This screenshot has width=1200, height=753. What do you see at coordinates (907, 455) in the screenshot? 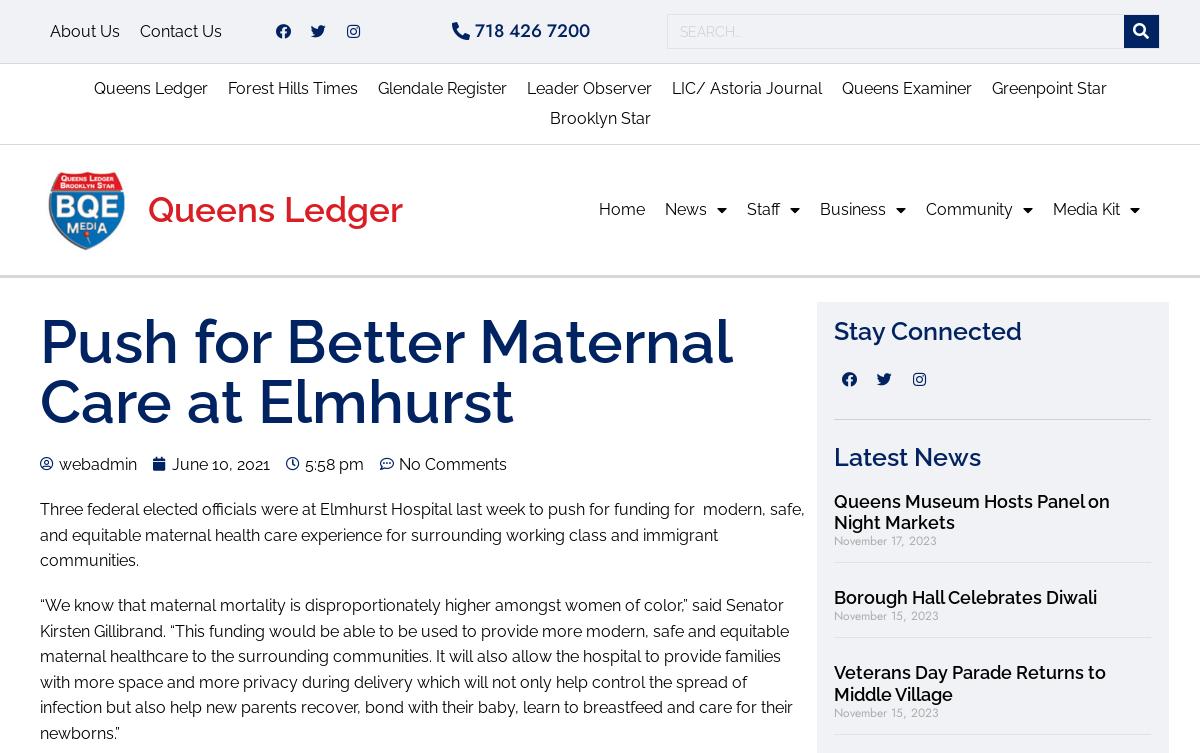
I see `'Latest News'` at bounding box center [907, 455].